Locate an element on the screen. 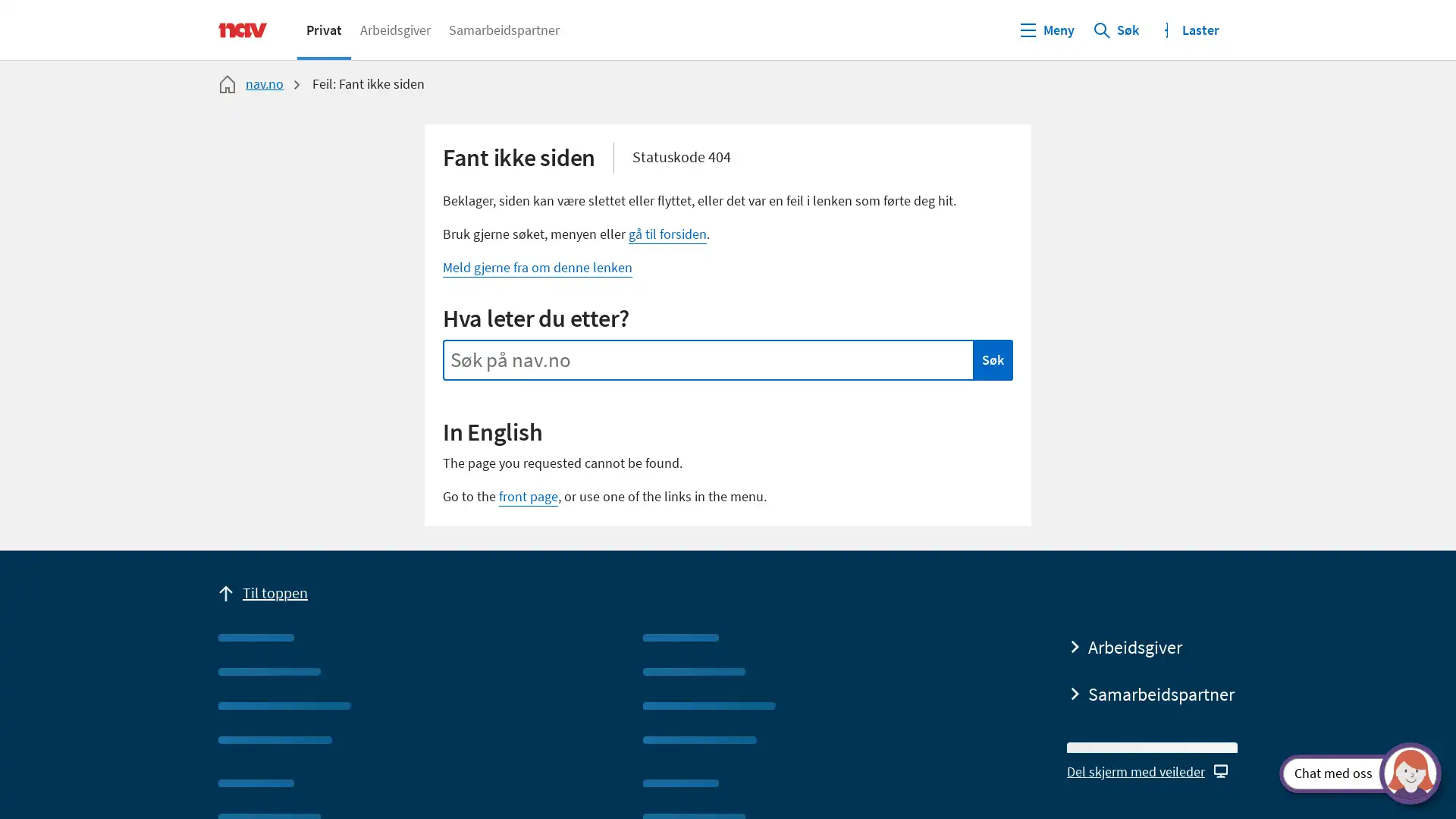 This screenshot has width=1456, height=819. Logg inn is located at coordinates (1193, 29).